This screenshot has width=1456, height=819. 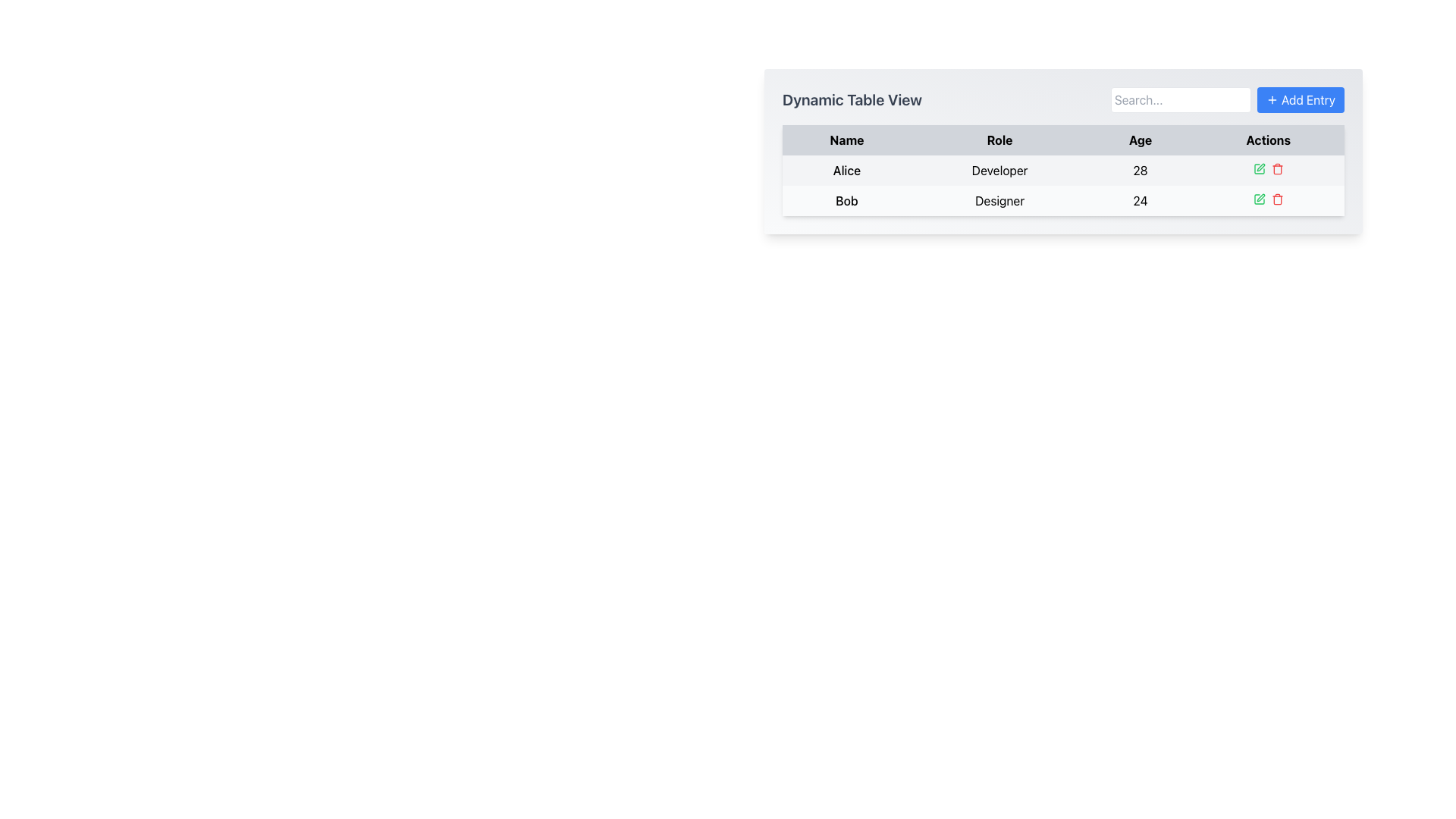 What do you see at coordinates (1268, 140) in the screenshot?
I see `the fourth column header cell of the table, which indicates functionalities or operations for each data entry` at bounding box center [1268, 140].